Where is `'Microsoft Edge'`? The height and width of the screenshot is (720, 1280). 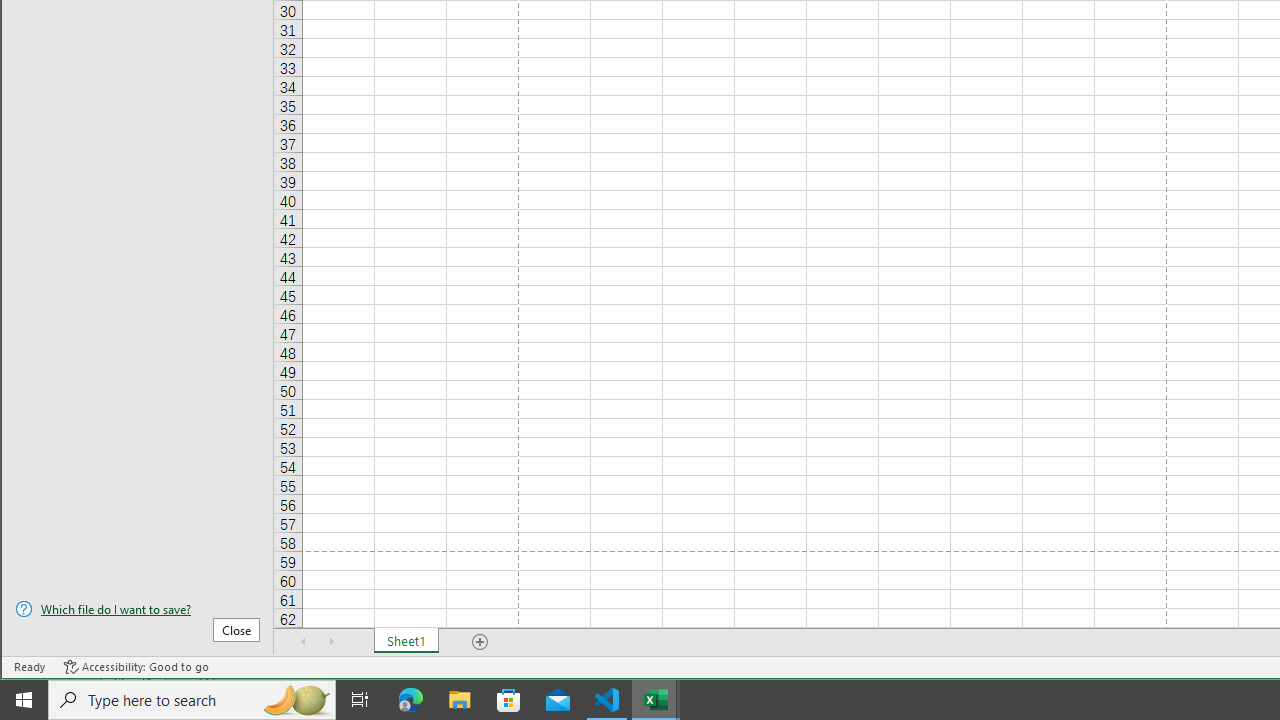 'Microsoft Edge' is located at coordinates (410, 698).